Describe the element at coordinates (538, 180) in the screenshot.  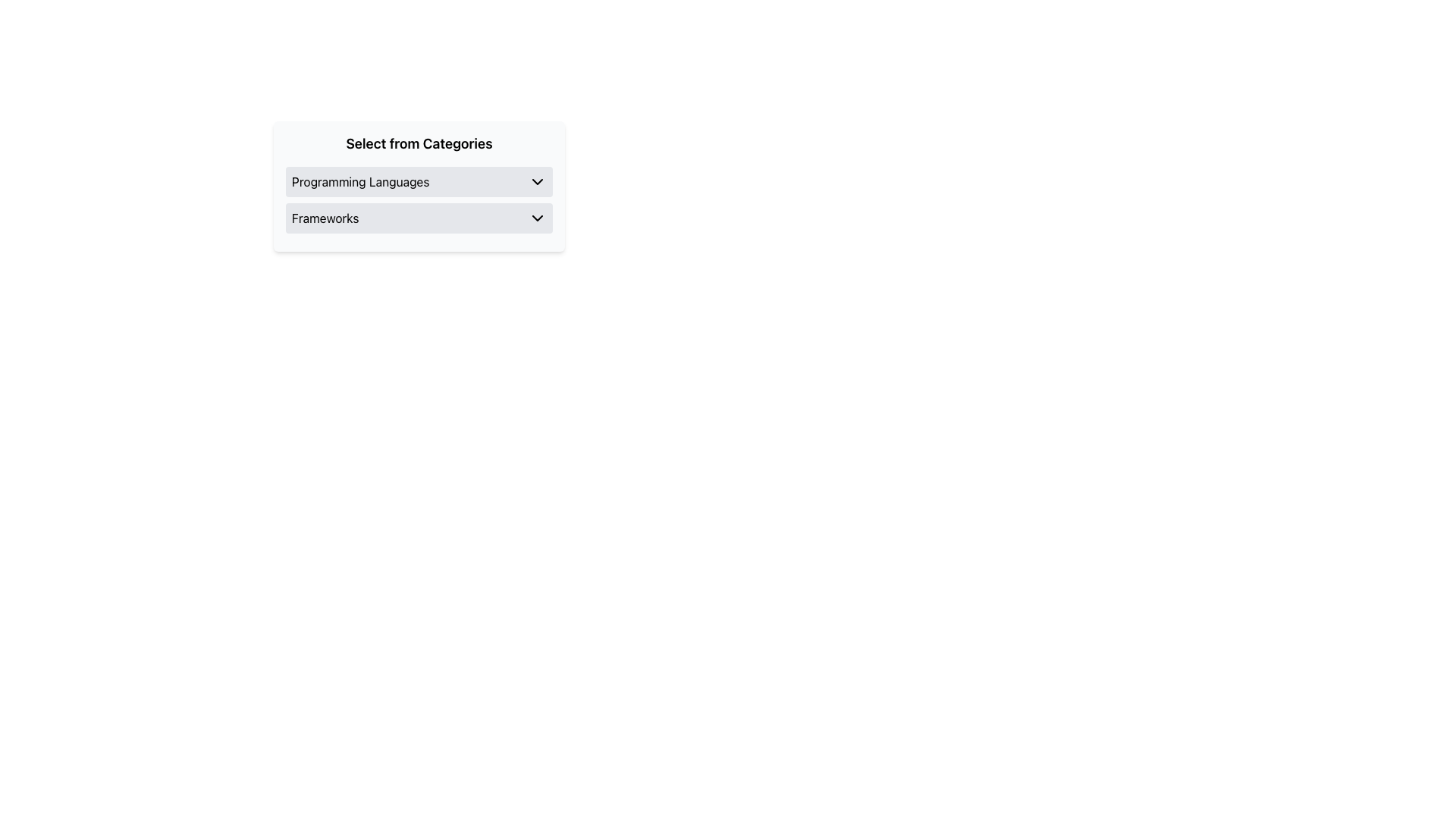
I see `the chevron-down icon button located at the far-right end of the 'Programming Languages' dropdown for additional options` at that location.